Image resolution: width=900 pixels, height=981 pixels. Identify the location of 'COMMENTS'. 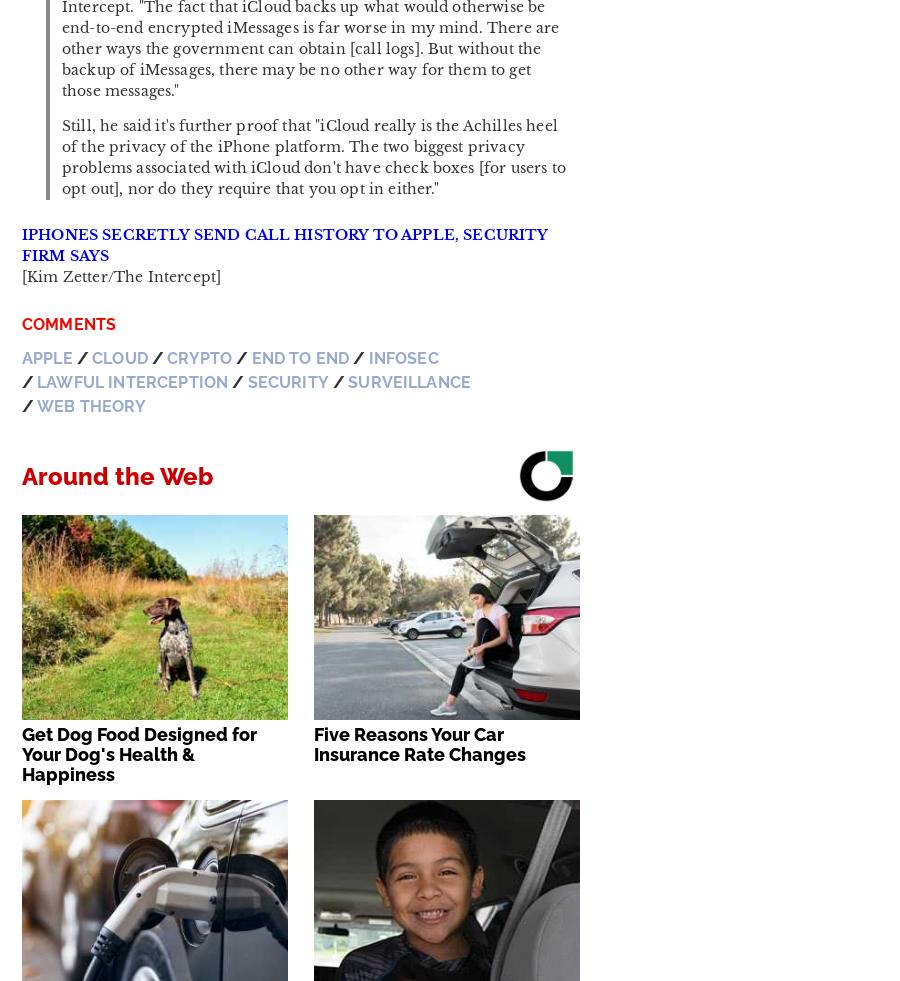
(68, 323).